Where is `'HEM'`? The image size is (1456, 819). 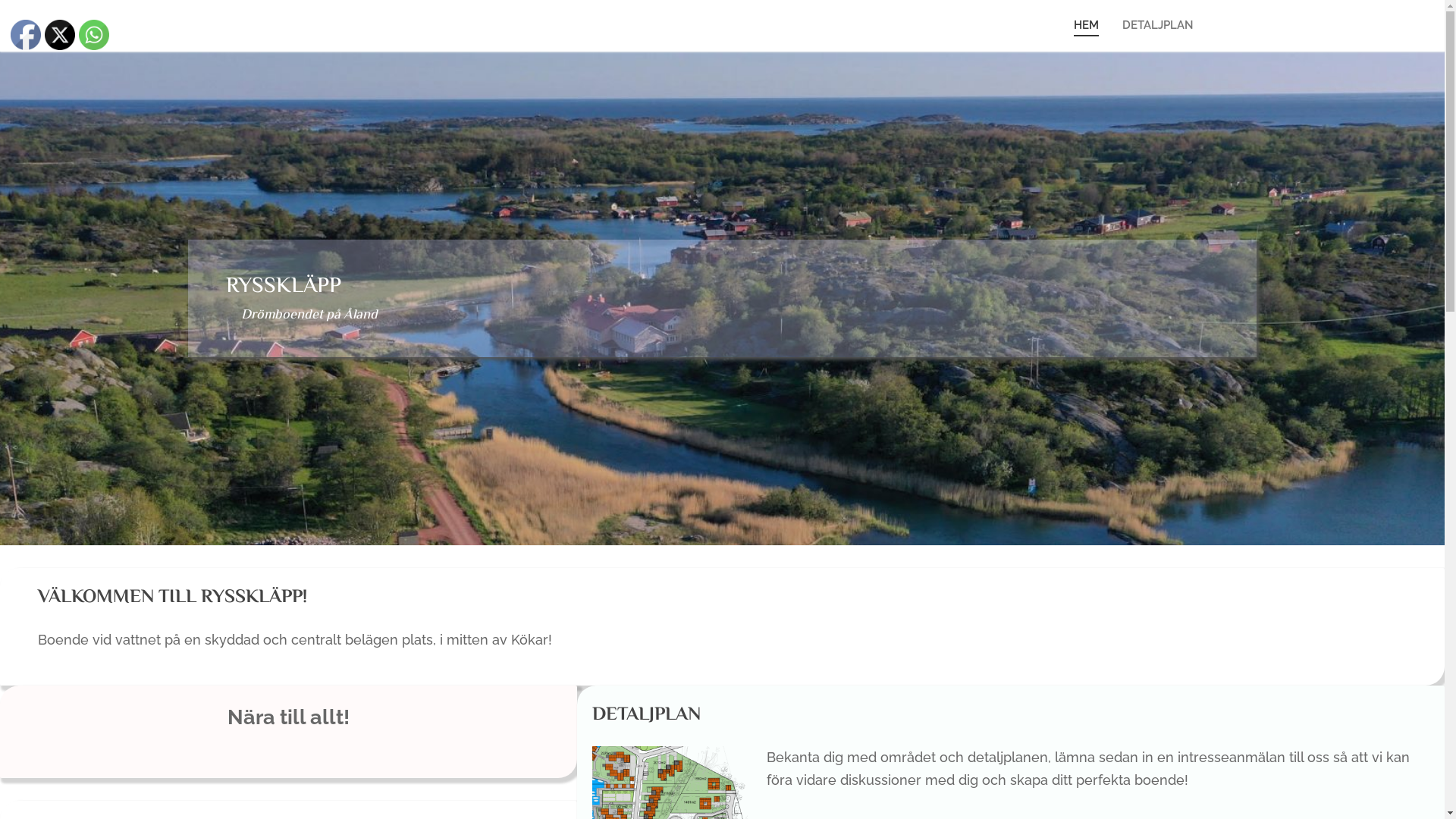 'HEM' is located at coordinates (1062, 25).